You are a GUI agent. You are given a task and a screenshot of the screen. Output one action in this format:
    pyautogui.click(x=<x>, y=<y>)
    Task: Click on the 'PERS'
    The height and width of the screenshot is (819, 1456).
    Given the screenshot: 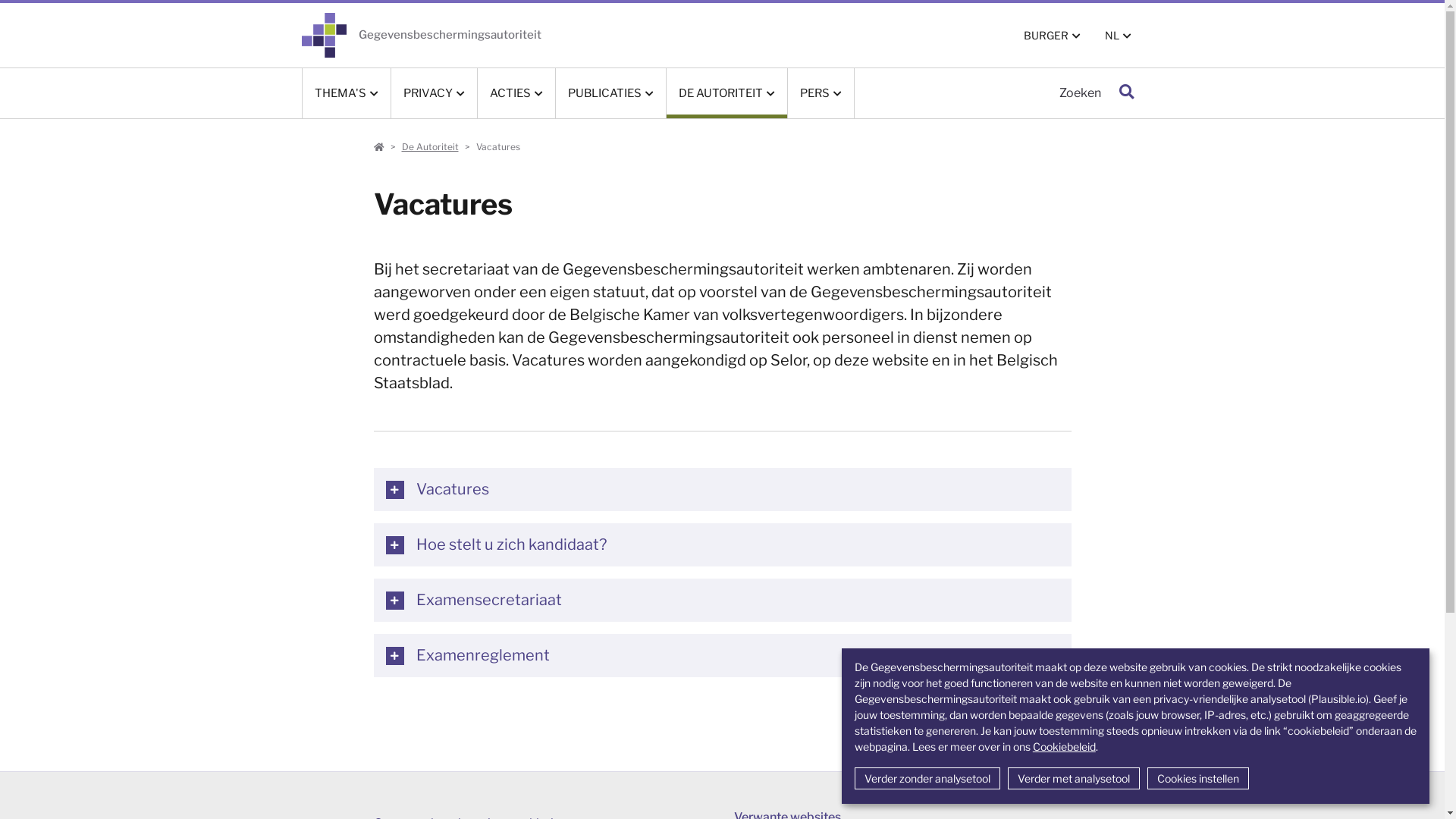 What is the action you would take?
    pyautogui.click(x=786, y=93)
    